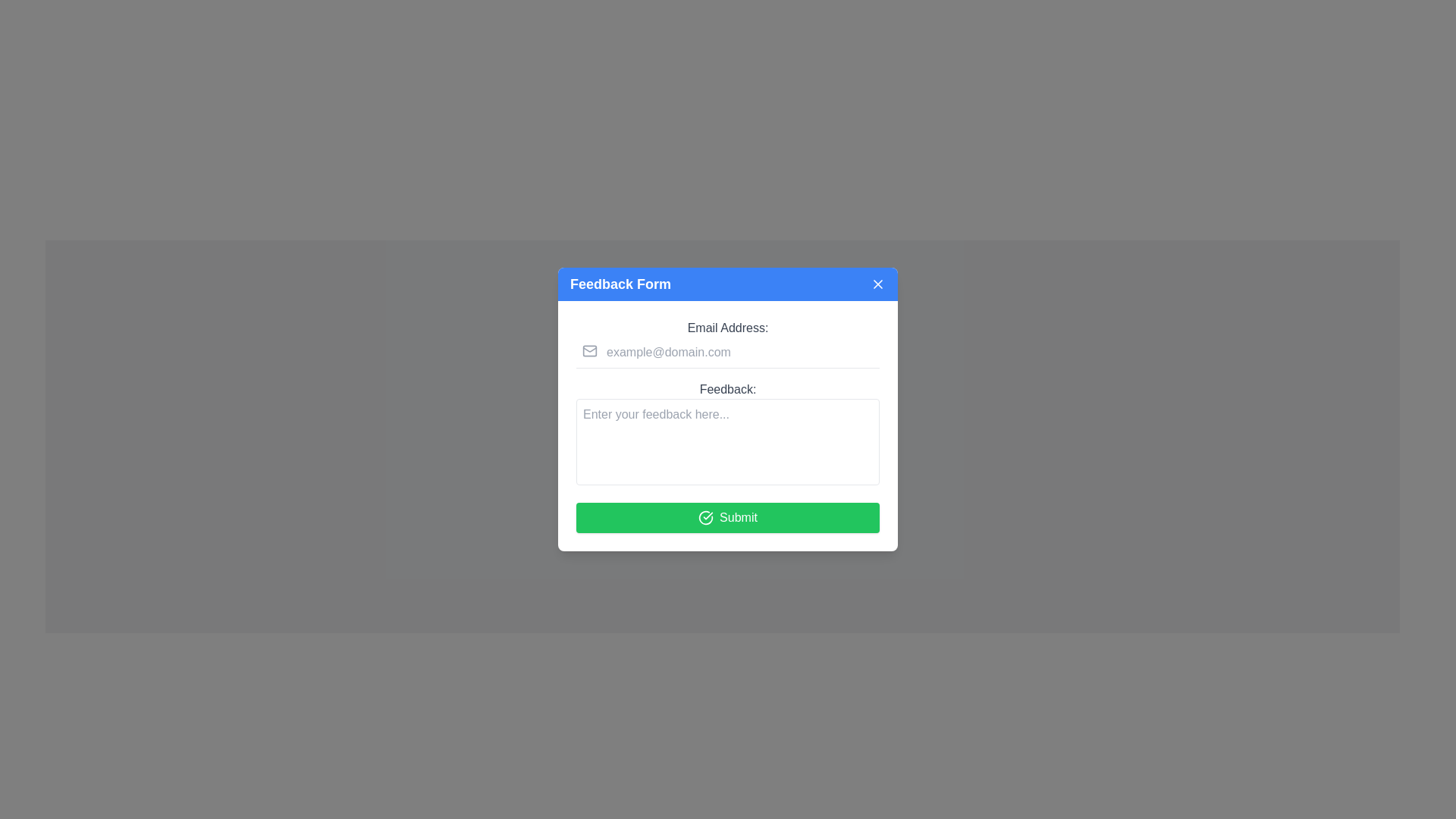 The image size is (1456, 819). What do you see at coordinates (728, 409) in the screenshot?
I see `the central modal dialog box to focus on it for user feedback input` at bounding box center [728, 409].